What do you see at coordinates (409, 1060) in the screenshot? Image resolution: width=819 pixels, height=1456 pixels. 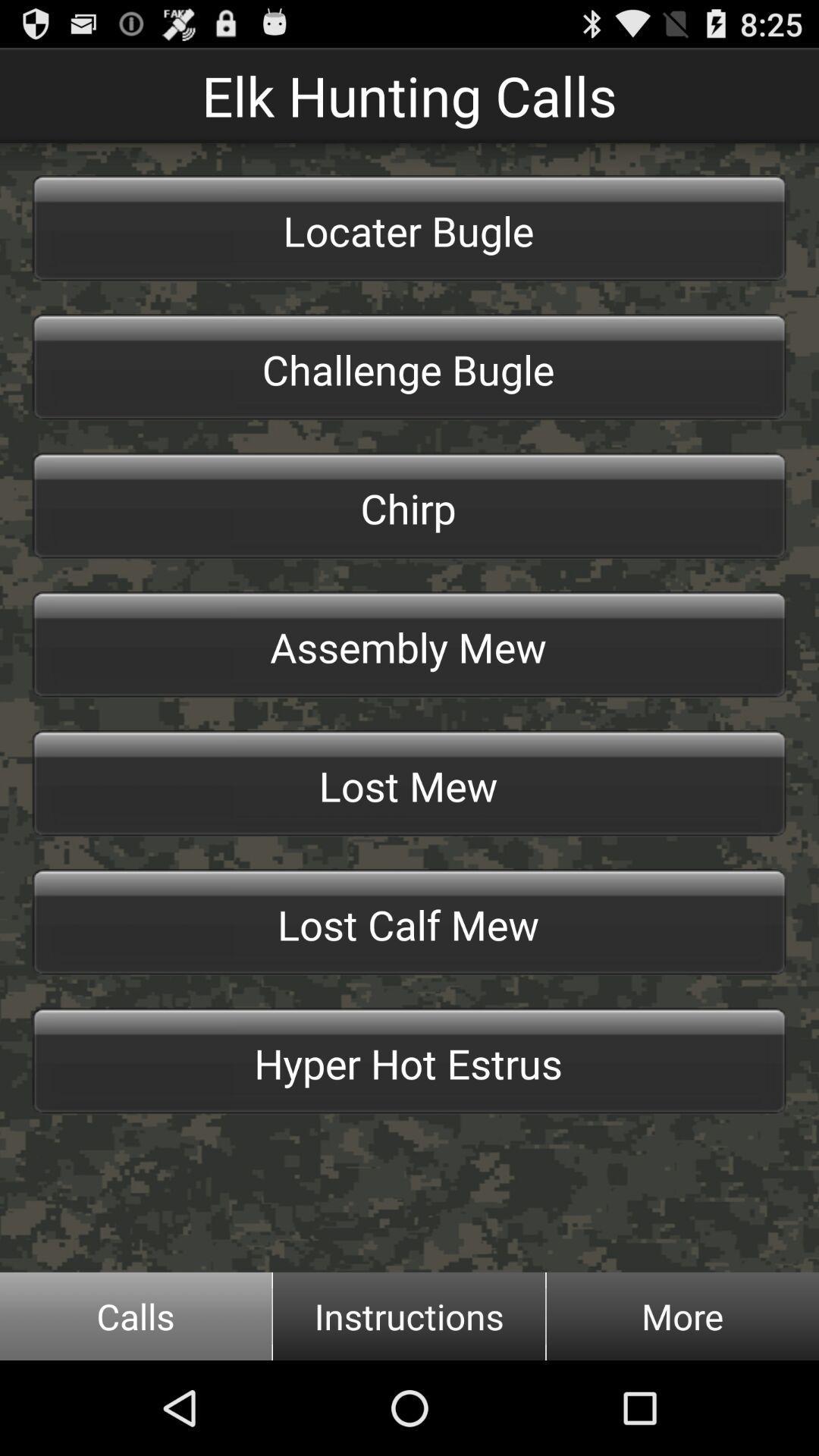 I see `the hyper hot estrus item` at bounding box center [409, 1060].